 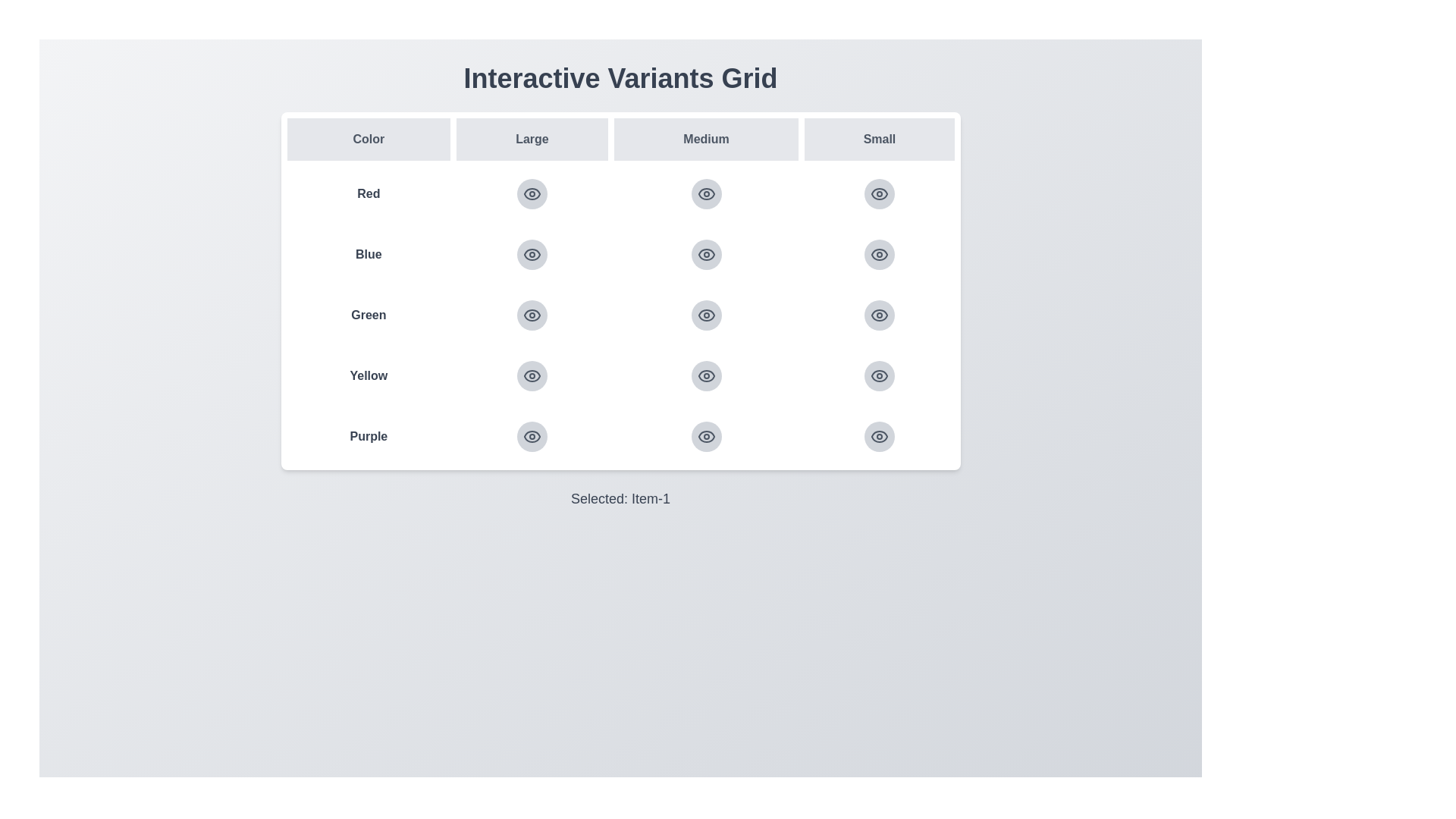 What do you see at coordinates (532, 253) in the screenshot?
I see `the eye-shaped icon located in the second column under the 'Blue' row` at bounding box center [532, 253].